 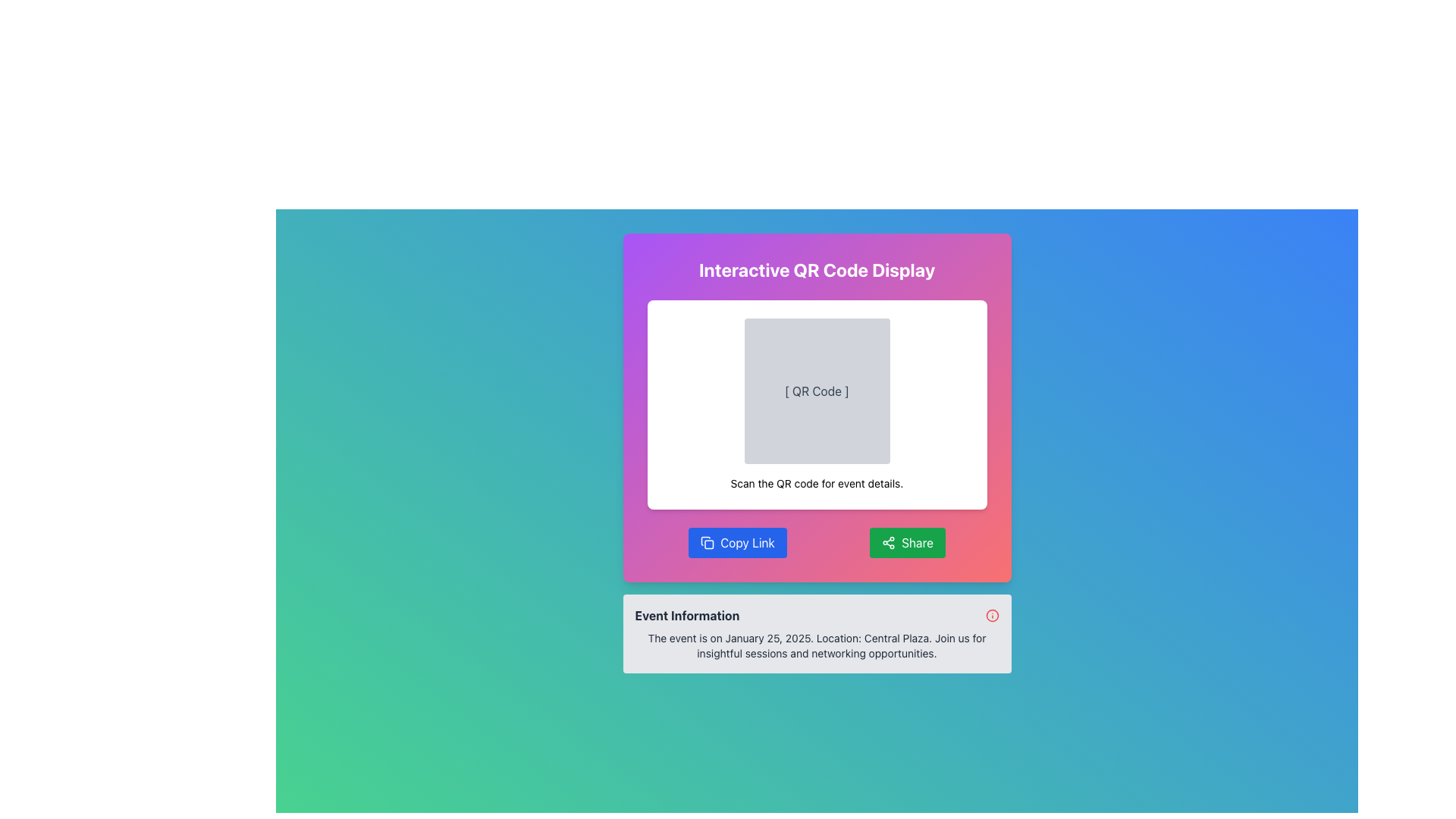 I want to click on the green 'Share' button with rounded corners located in the bottom-right corner of the button section, so click(x=907, y=542).